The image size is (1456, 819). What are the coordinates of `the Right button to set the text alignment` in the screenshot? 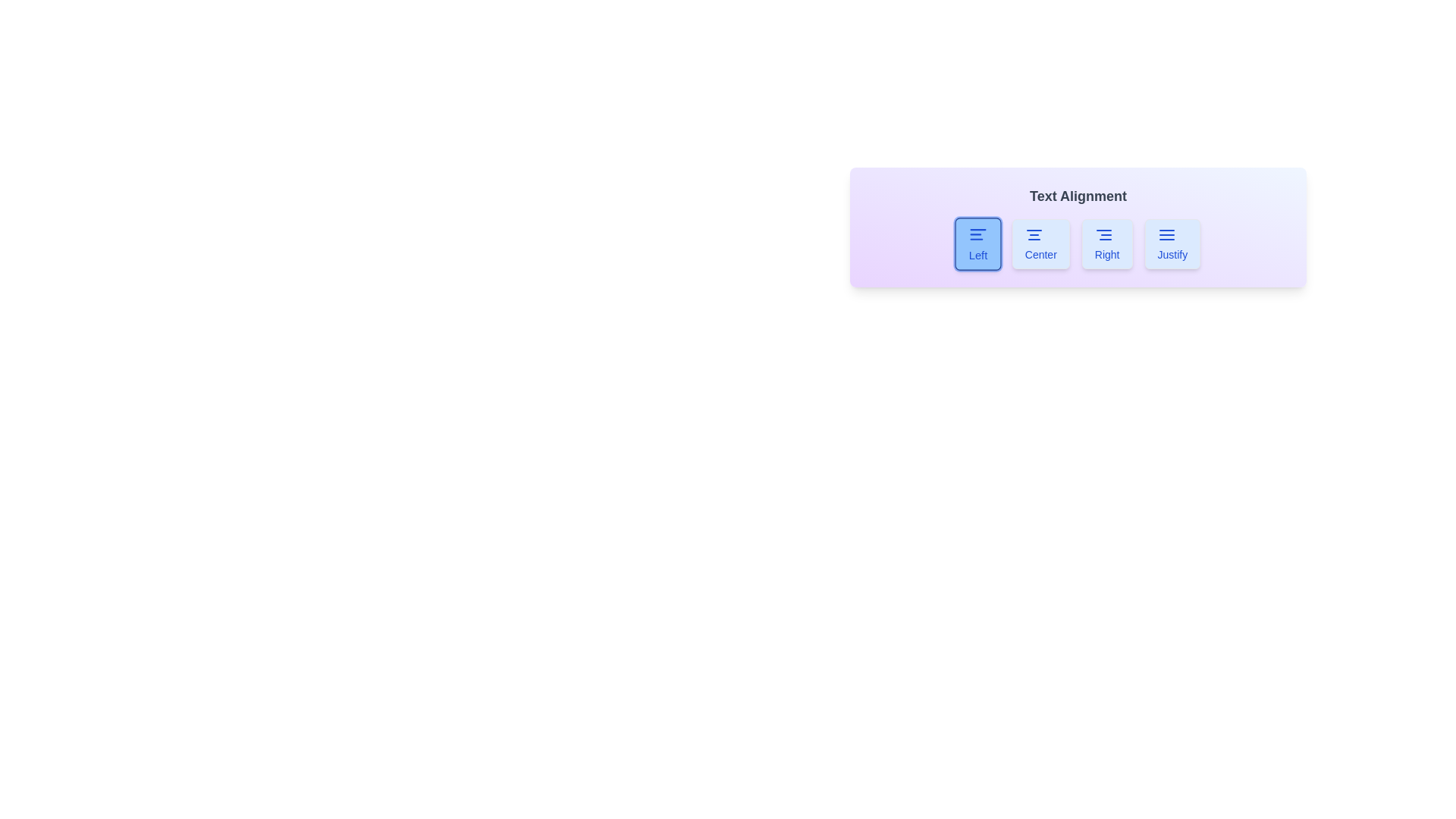 It's located at (1107, 243).